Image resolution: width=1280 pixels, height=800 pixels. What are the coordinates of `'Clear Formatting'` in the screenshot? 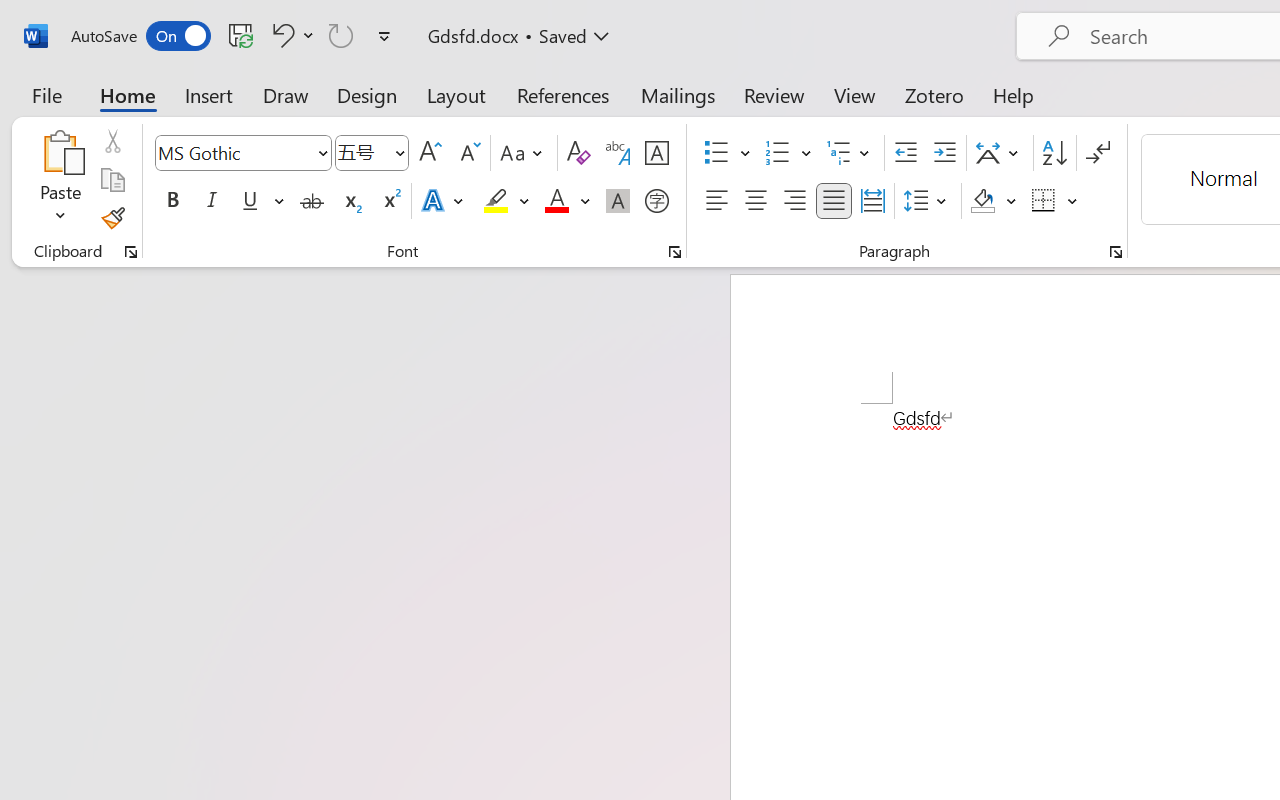 It's located at (577, 153).